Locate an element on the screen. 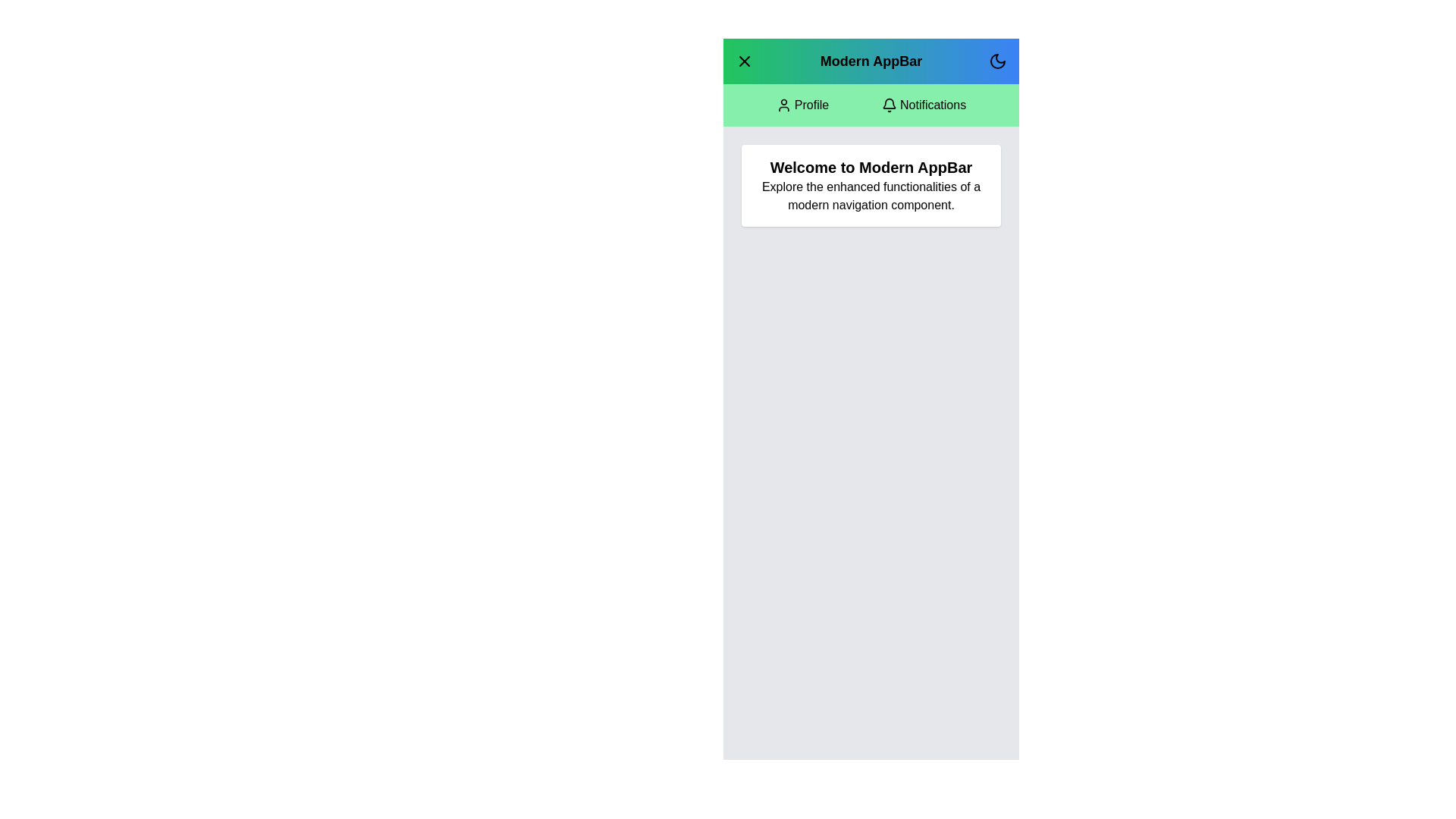 The height and width of the screenshot is (819, 1456). dark mode toggle button to switch between light and dark modes is located at coordinates (997, 61).